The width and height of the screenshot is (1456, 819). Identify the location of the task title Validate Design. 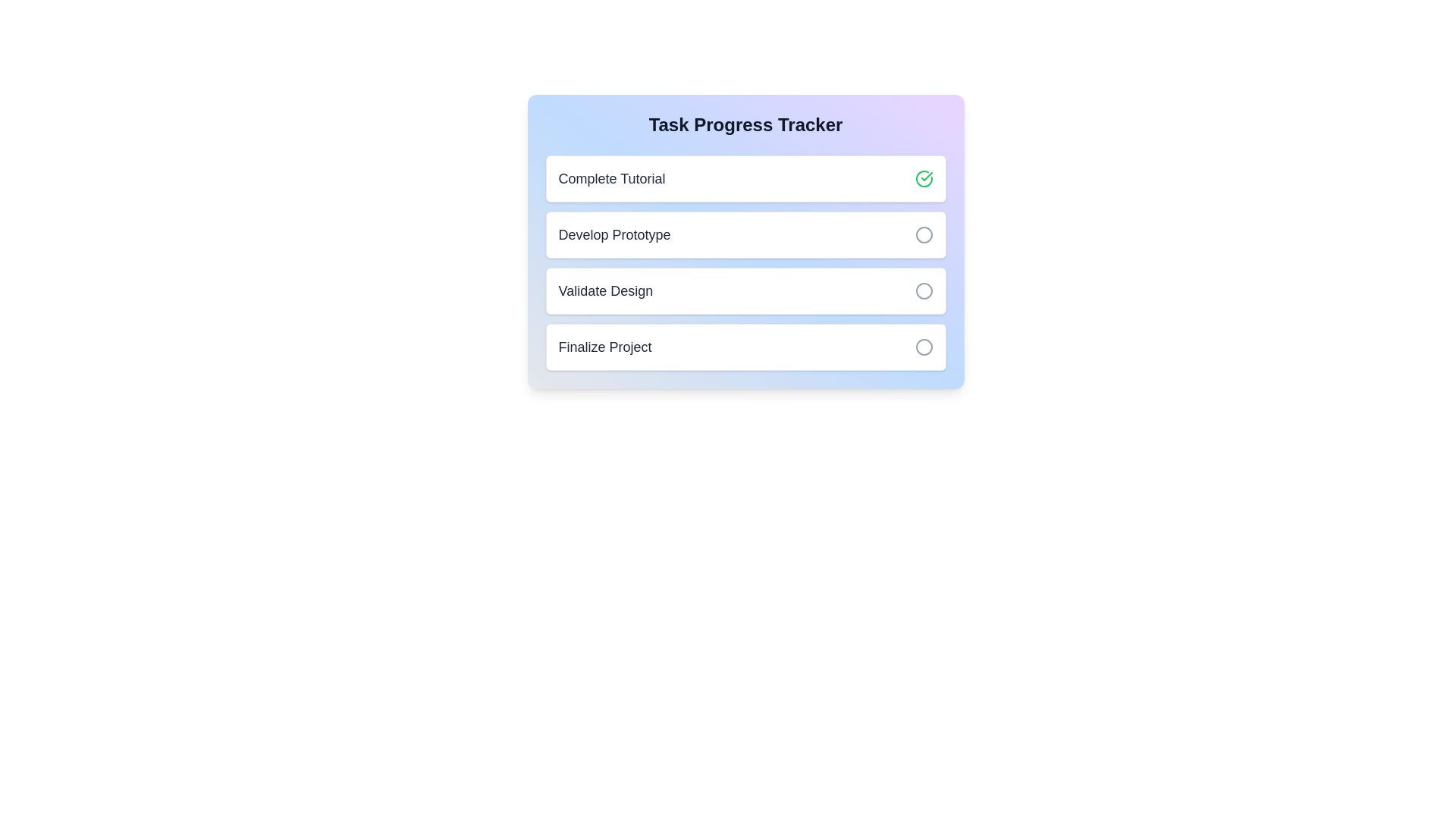
(604, 291).